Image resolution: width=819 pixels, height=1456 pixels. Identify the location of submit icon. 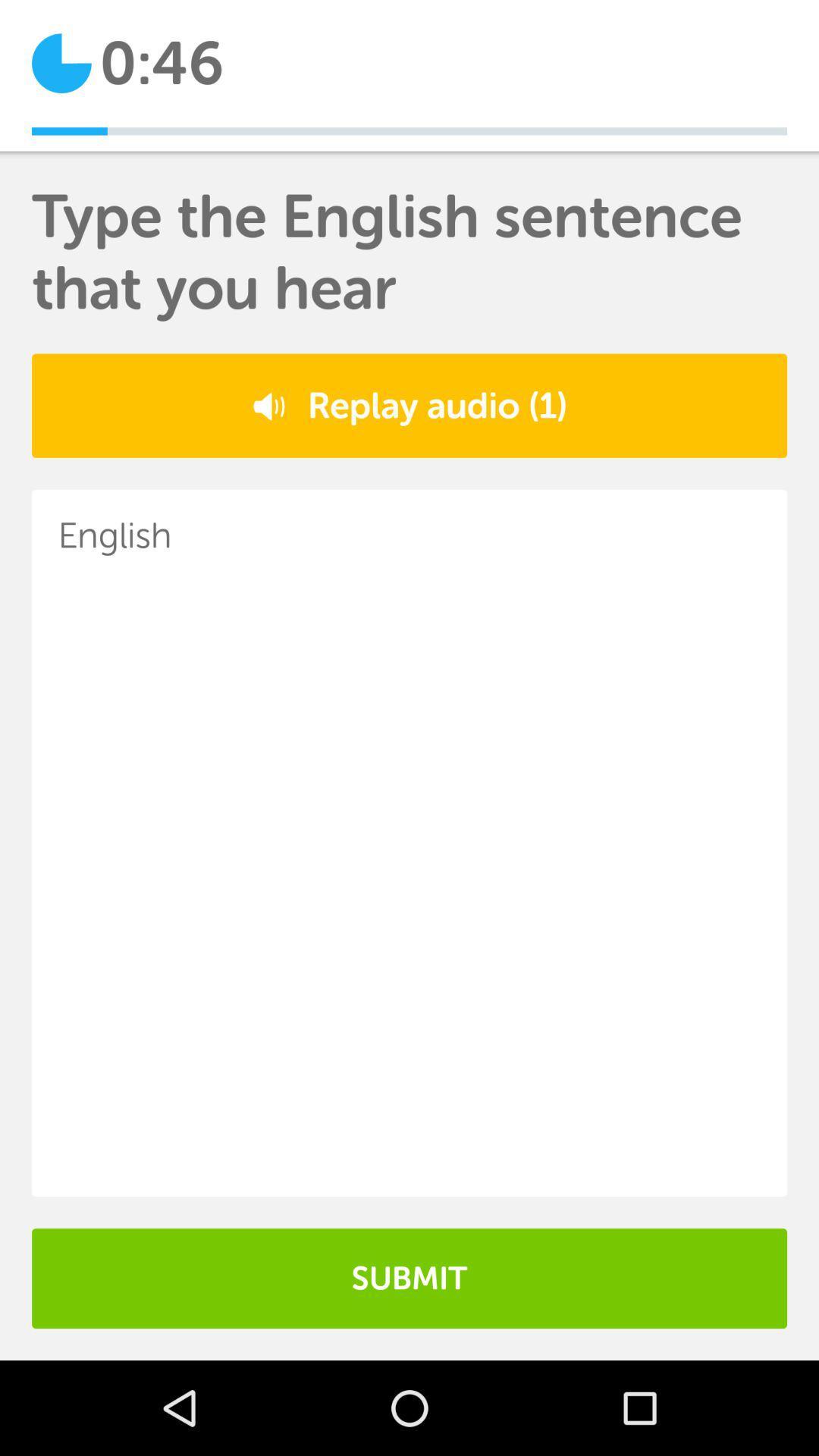
(409, 1277).